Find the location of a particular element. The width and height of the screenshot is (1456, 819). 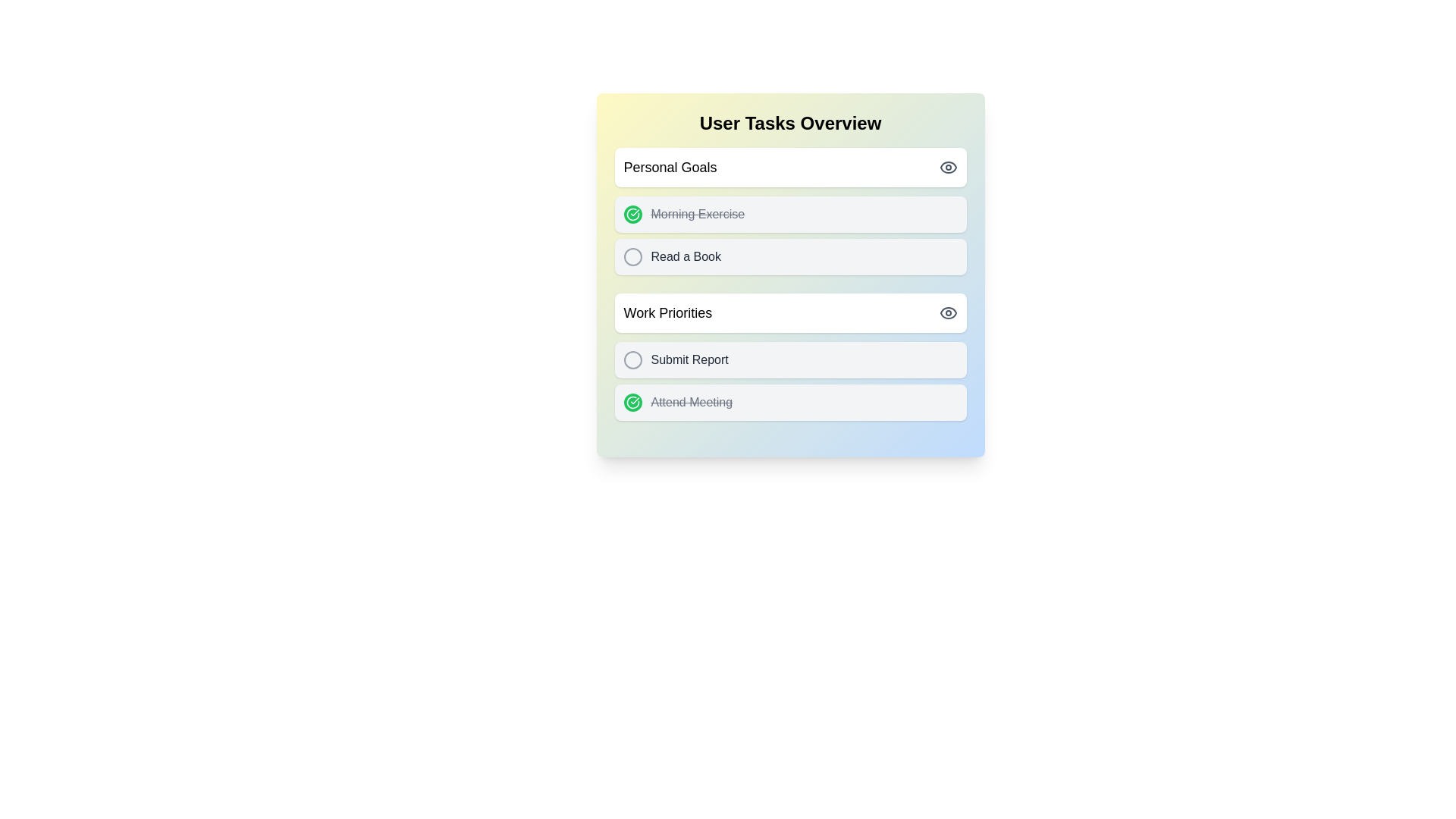

the task entry in the List of tasks with status icons is located at coordinates (789, 236).